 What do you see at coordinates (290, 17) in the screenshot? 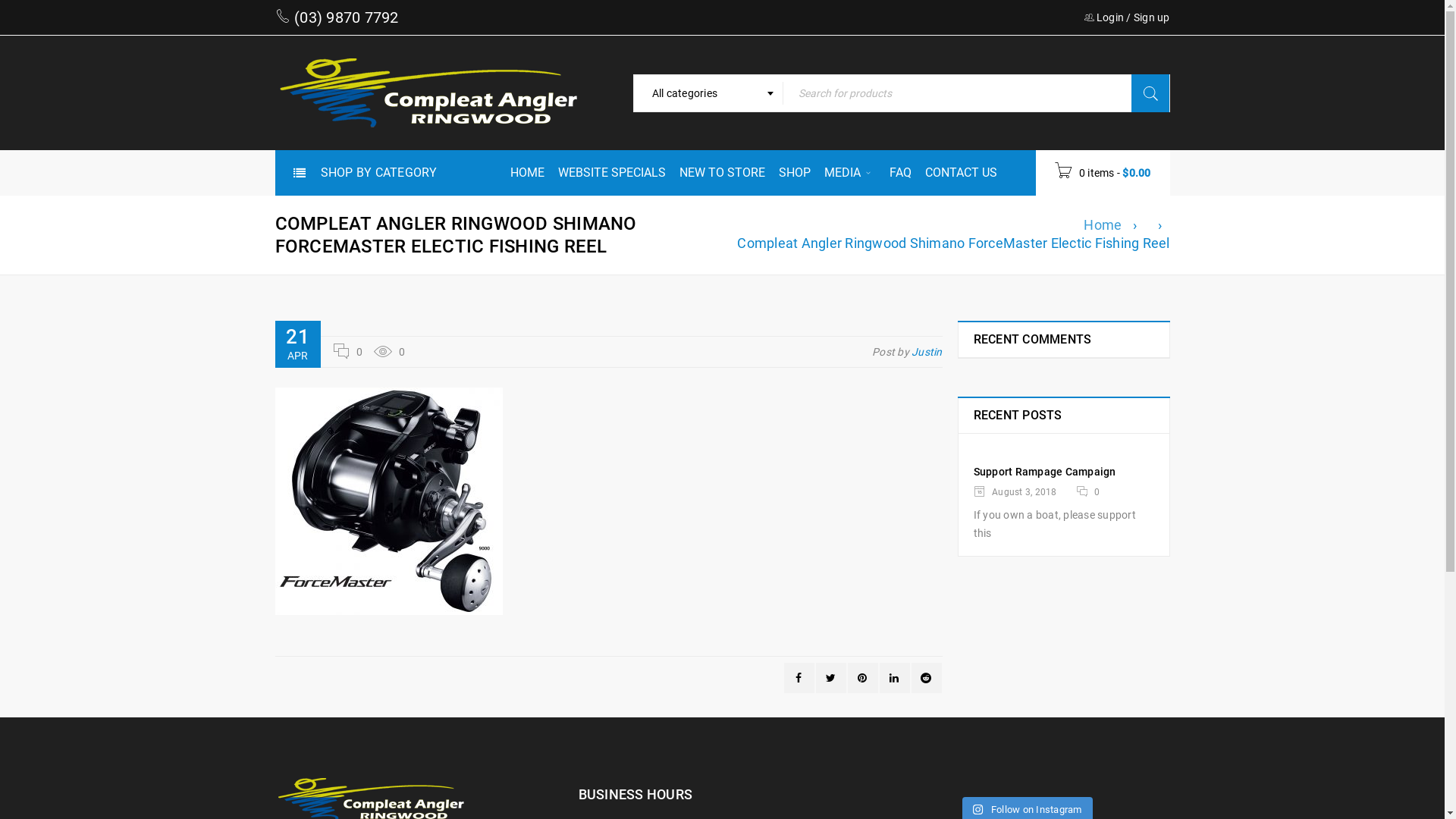
I see `'(03) 9870 7792'` at bounding box center [290, 17].